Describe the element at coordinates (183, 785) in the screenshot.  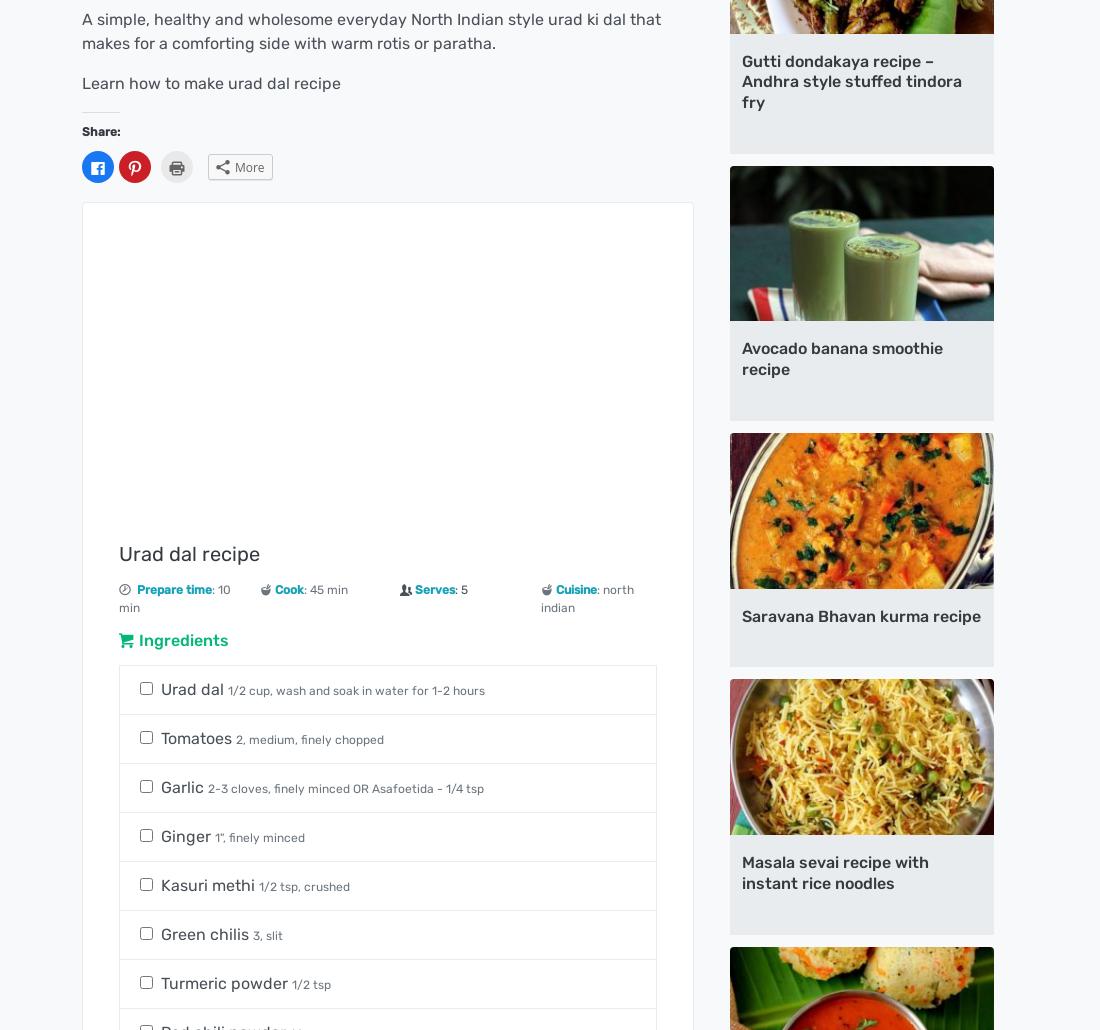
I see `'Garlic'` at that location.